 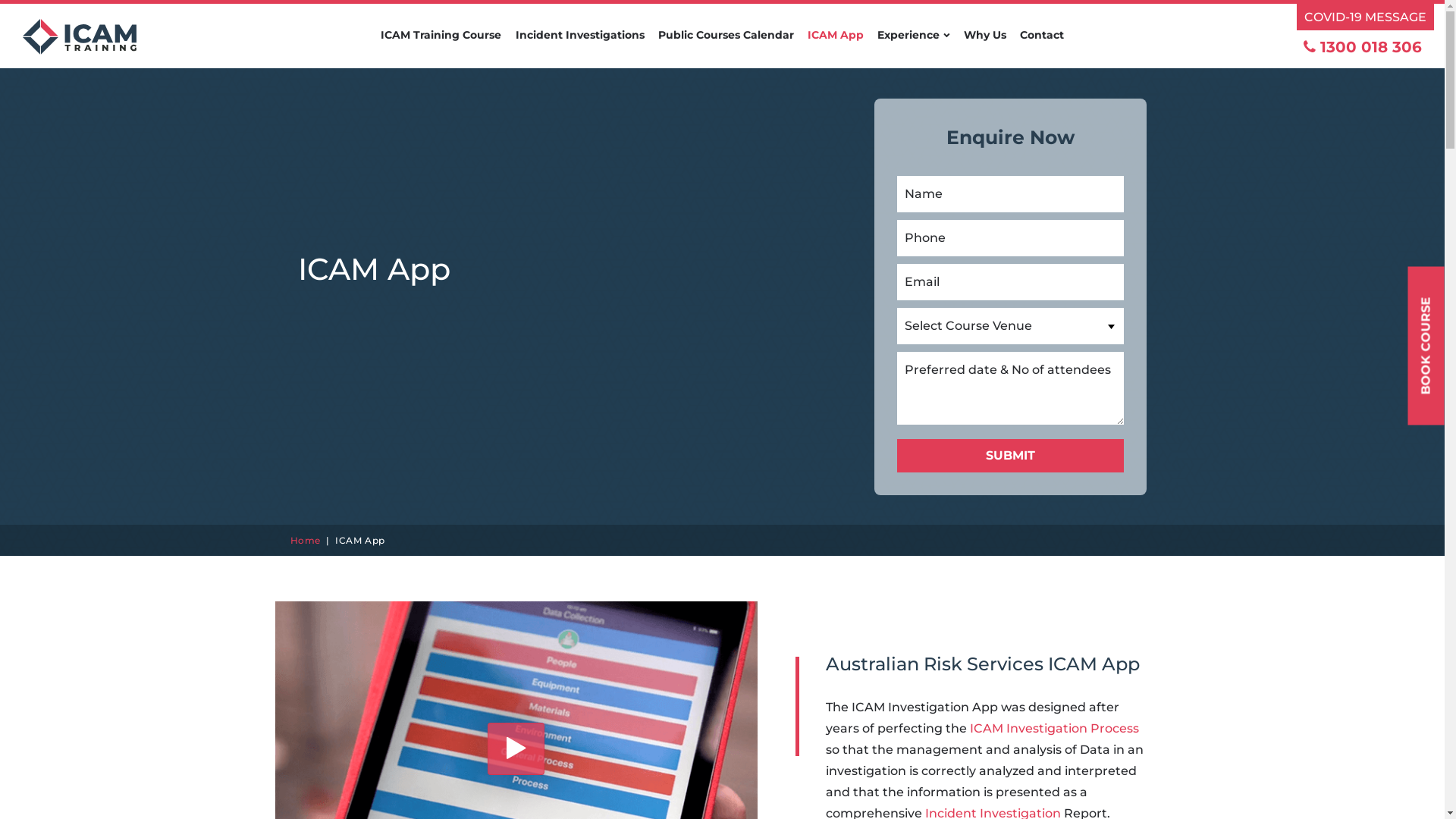 What do you see at coordinates (1040, 45) in the screenshot?
I see `'Contact'` at bounding box center [1040, 45].